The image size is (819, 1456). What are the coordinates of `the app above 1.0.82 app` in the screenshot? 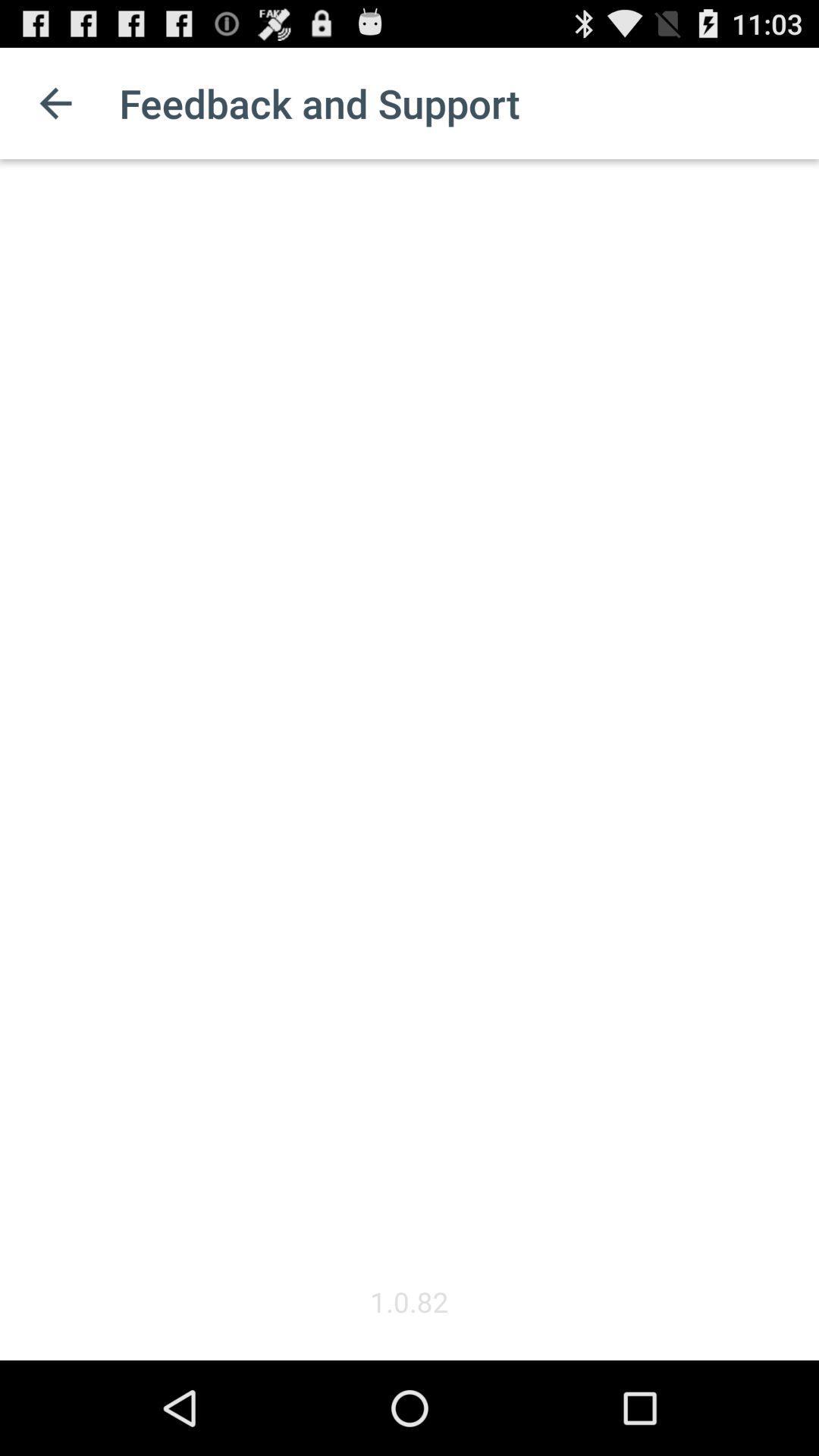 It's located at (409, 720).